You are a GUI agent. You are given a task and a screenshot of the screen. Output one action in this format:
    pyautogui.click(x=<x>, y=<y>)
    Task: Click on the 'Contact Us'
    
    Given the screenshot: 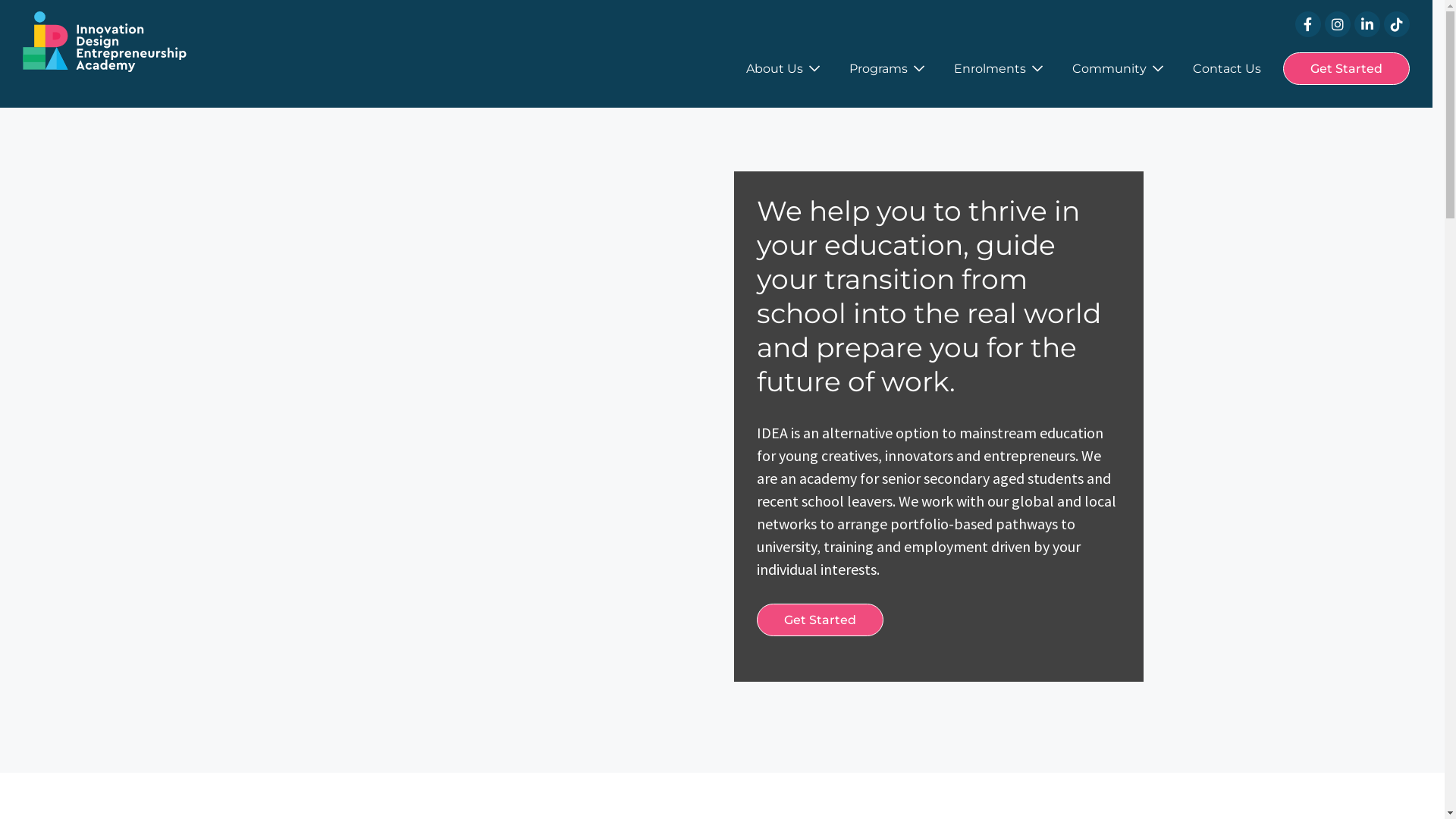 What is the action you would take?
    pyautogui.click(x=1226, y=68)
    